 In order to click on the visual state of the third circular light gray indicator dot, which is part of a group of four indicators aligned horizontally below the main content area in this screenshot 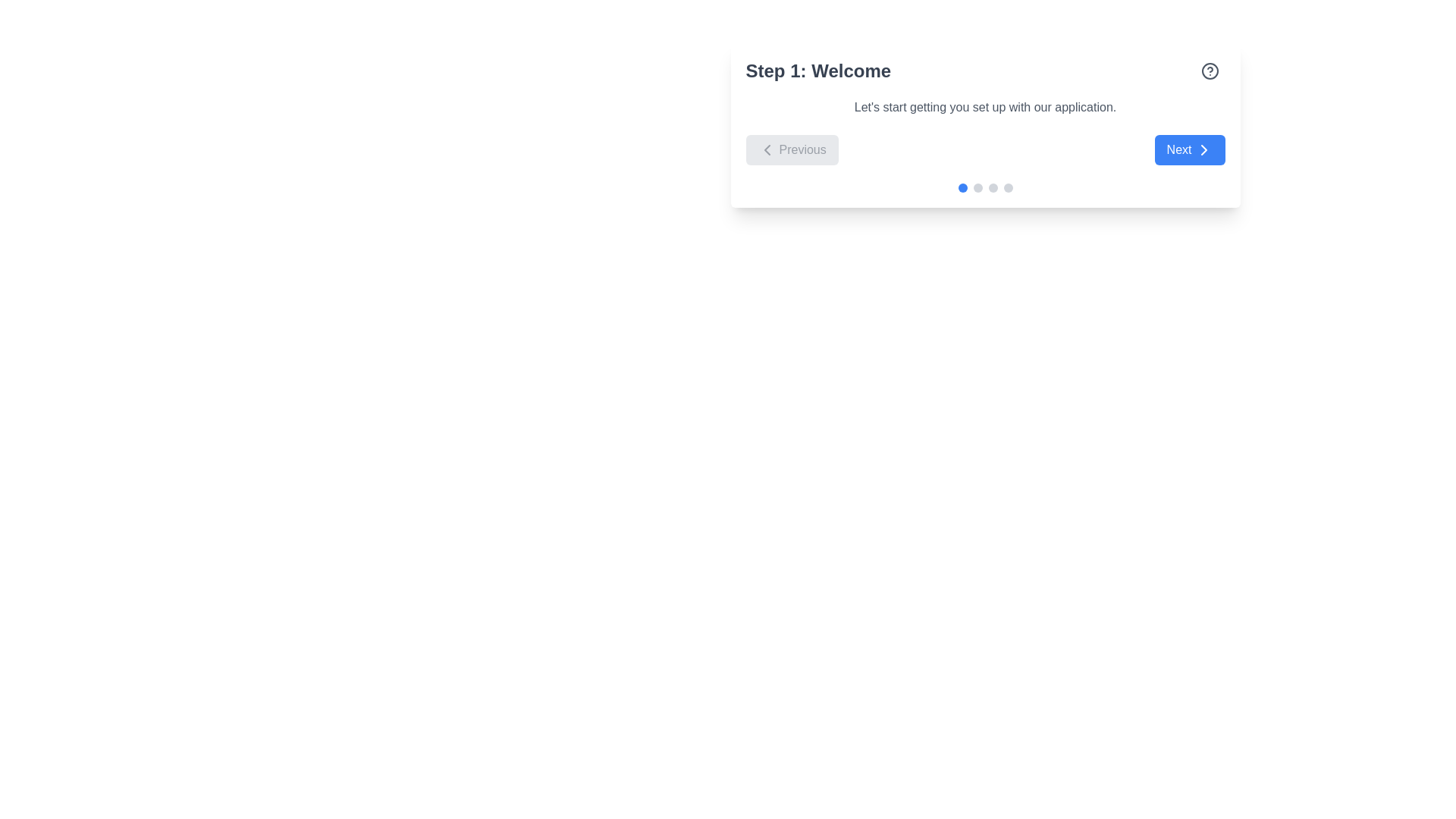, I will do `click(993, 187)`.